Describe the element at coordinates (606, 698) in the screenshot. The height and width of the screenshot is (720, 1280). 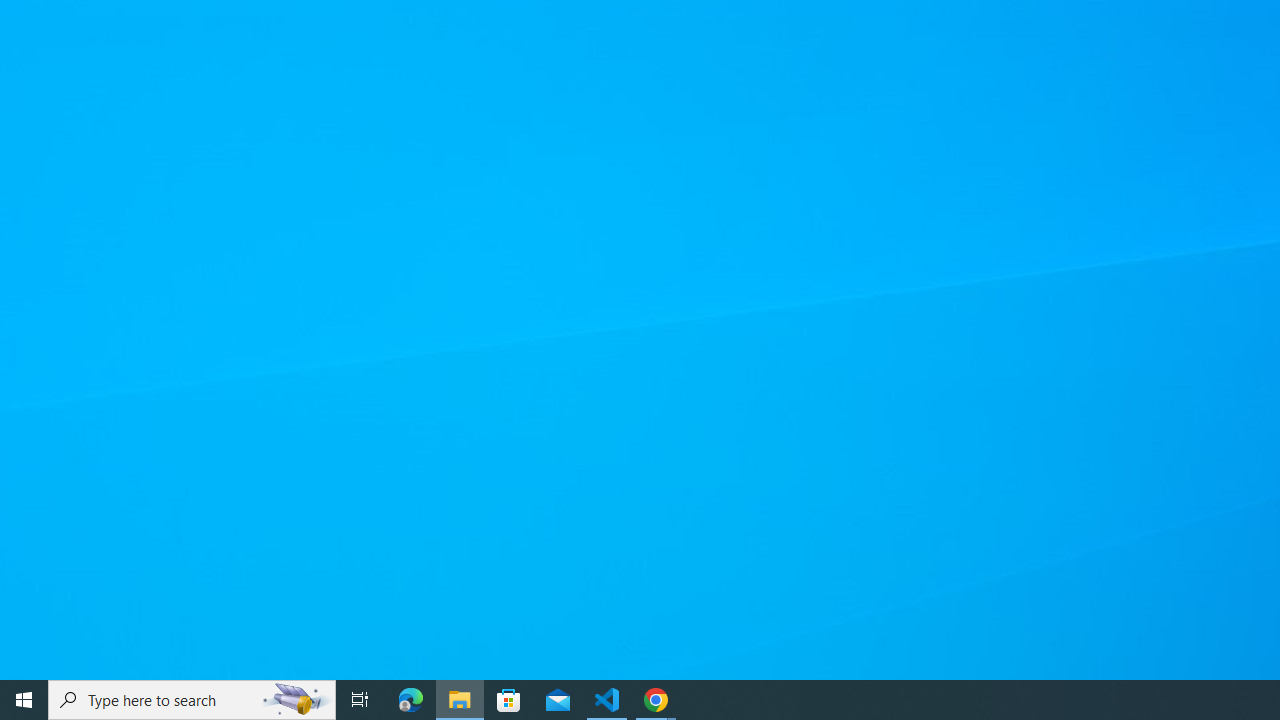
I see `'Visual Studio Code - 1 running window'` at that location.